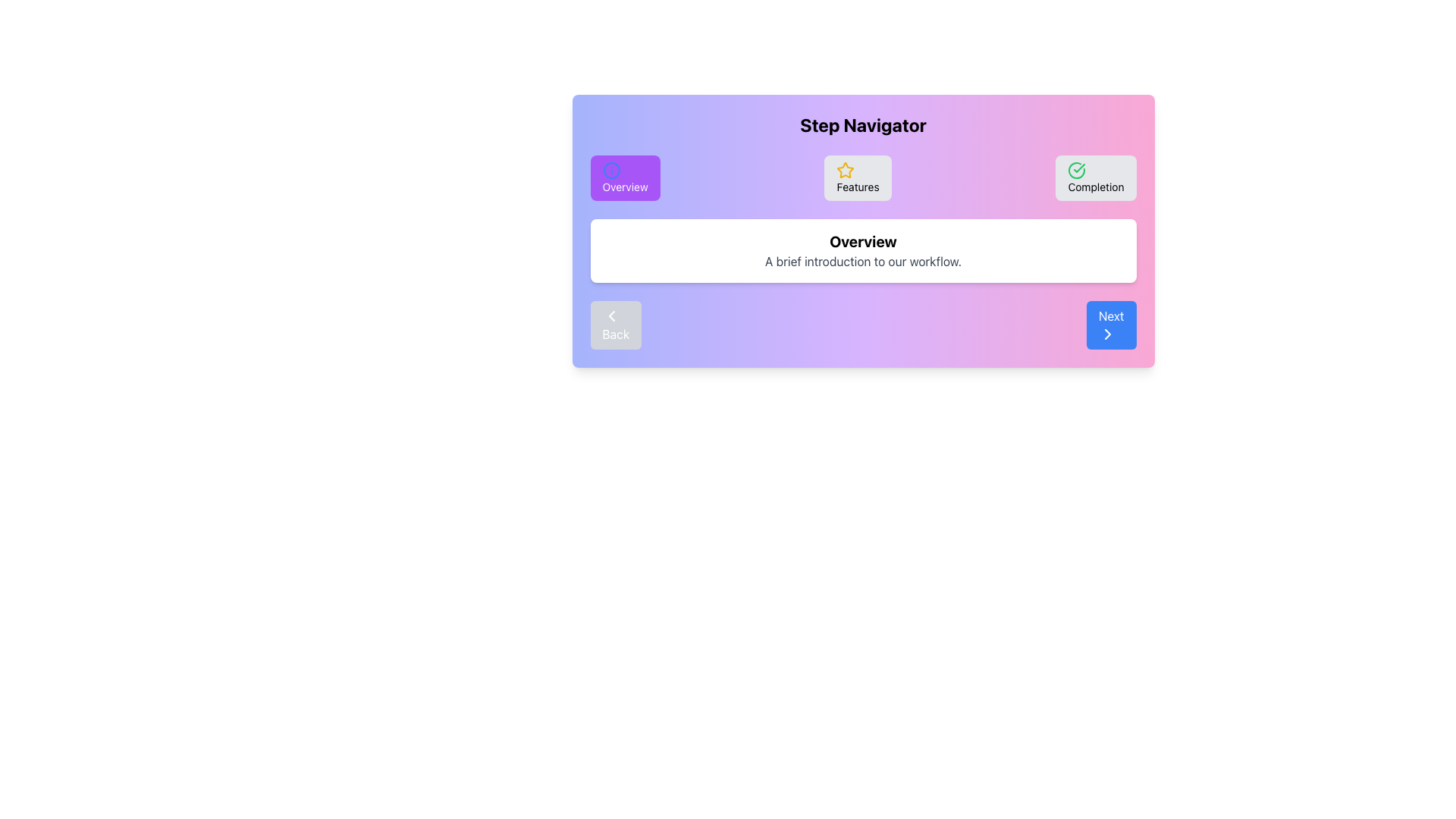 The height and width of the screenshot is (819, 1456). I want to click on the 'Overview' button, which is a rounded rectangular button with a purple background and white text, located in the top-left corner of the navigation bar, so click(625, 177).